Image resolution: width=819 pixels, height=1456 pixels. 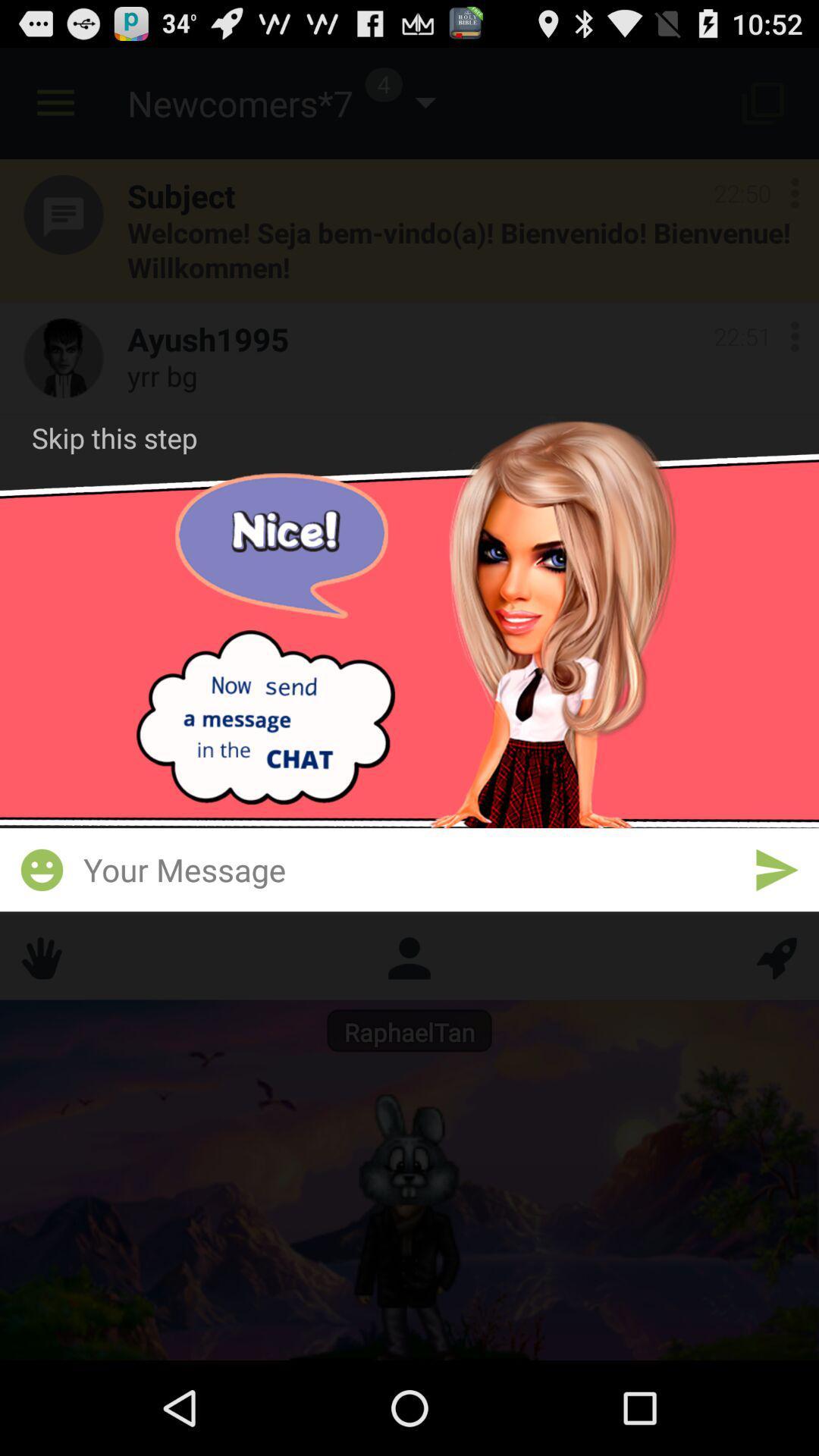 I want to click on the send icon, so click(x=777, y=930).